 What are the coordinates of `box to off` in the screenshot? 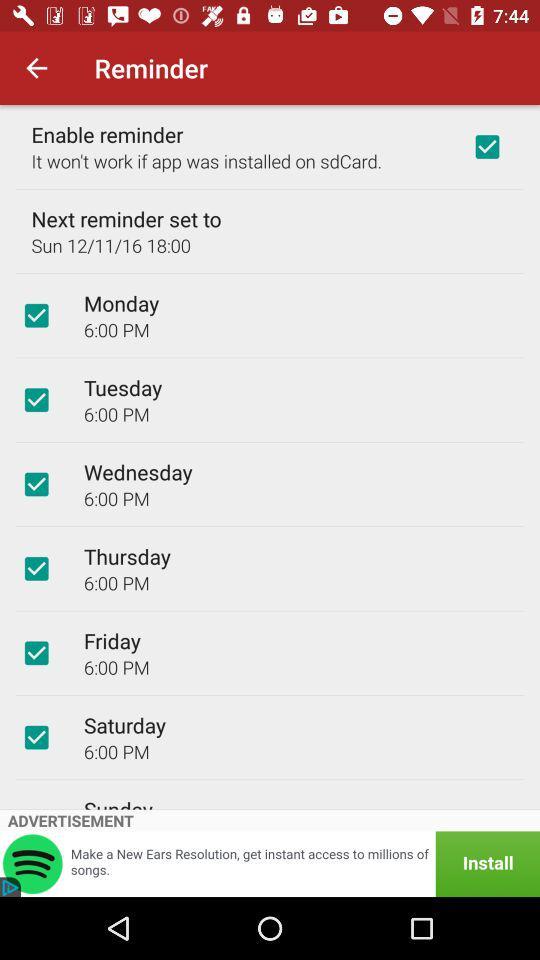 It's located at (36, 315).